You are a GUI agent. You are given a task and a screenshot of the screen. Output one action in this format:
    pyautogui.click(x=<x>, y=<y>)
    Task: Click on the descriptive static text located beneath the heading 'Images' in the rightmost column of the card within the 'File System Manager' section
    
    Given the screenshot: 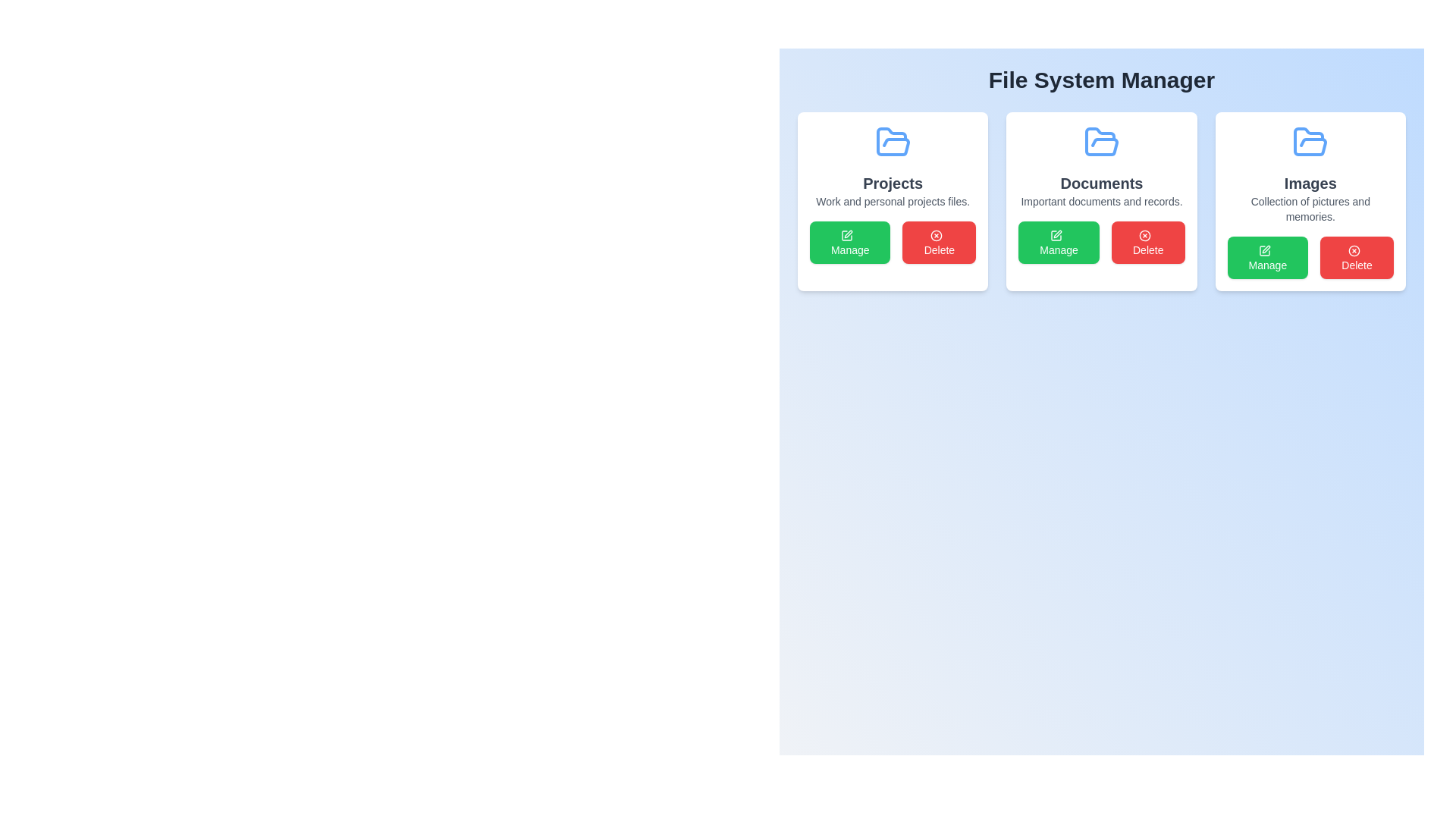 What is the action you would take?
    pyautogui.click(x=1310, y=209)
    